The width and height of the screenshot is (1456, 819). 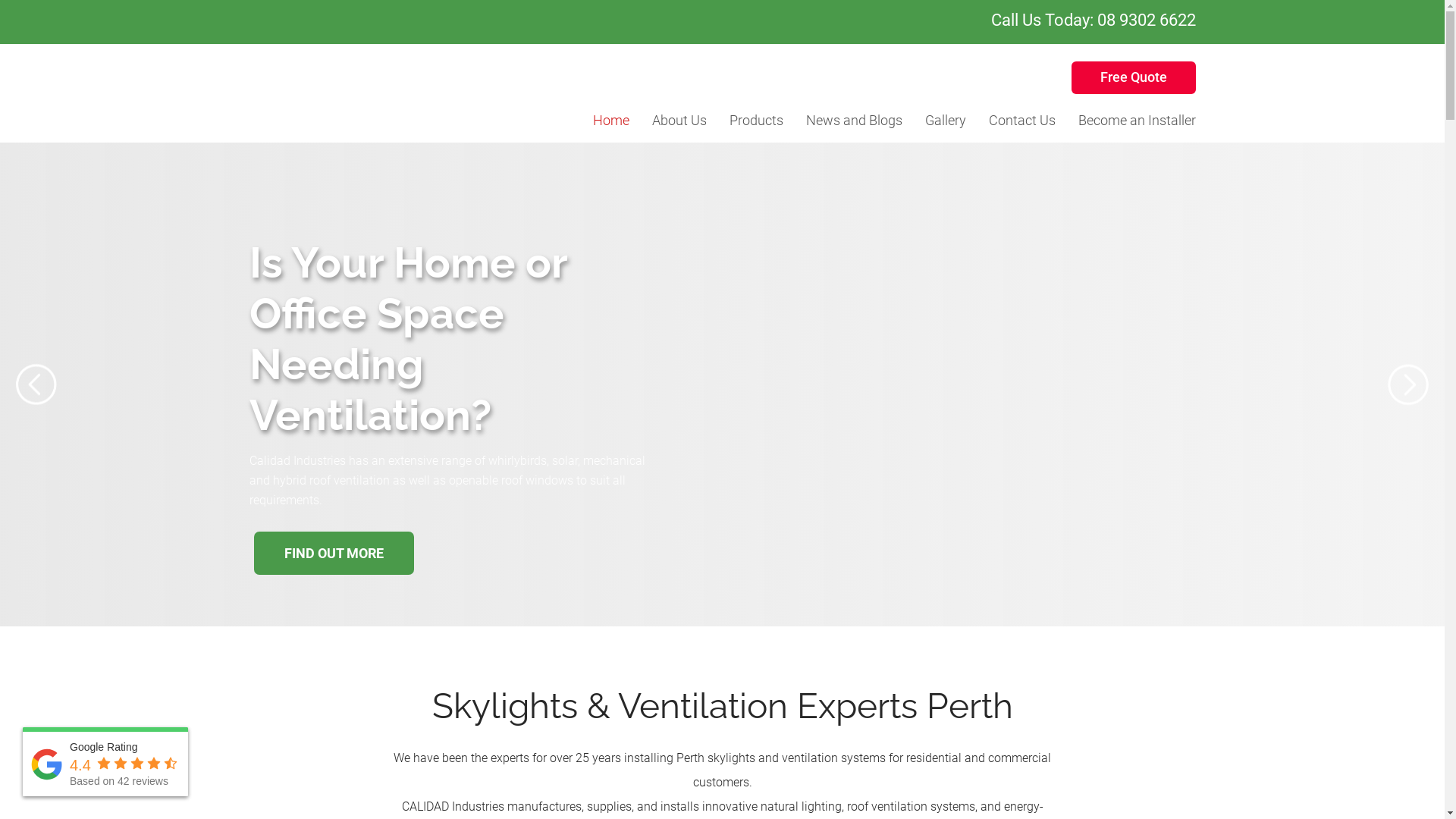 What do you see at coordinates (1132, 77) in the screenshot?
I see `'Free Quote'` at bounding box center [1132, 77].